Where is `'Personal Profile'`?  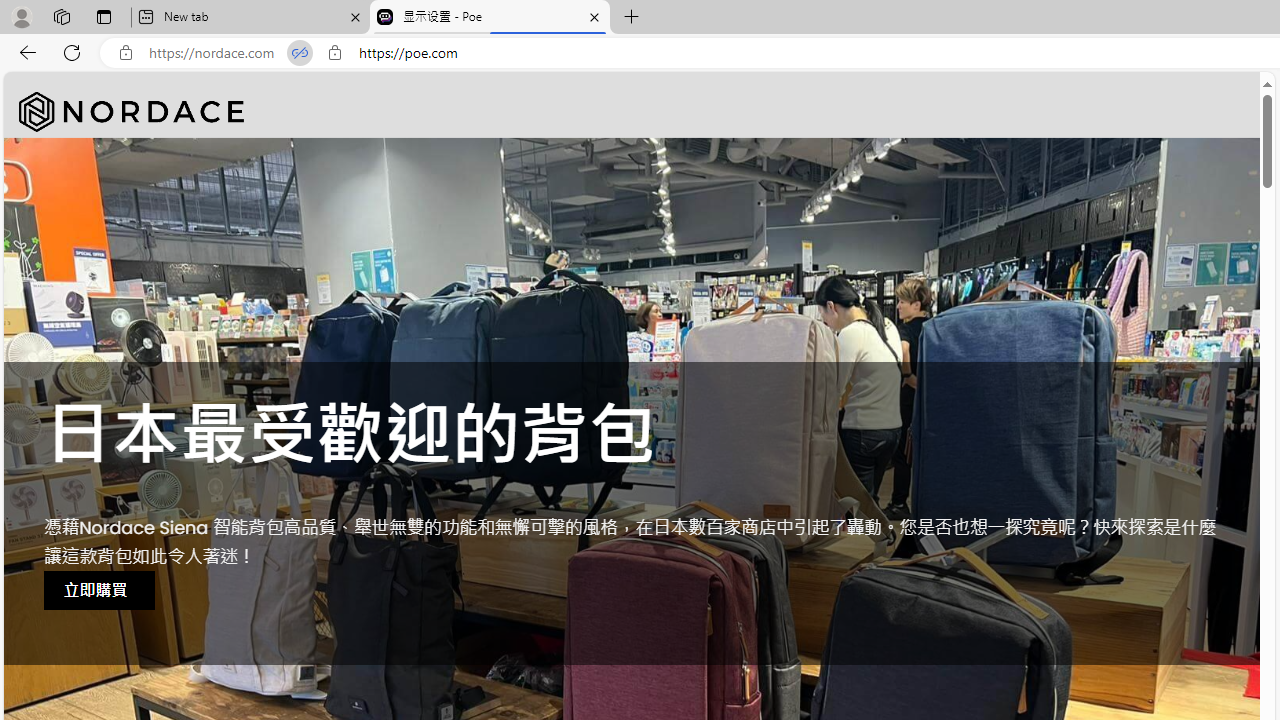
'Personal Profile' is located at coordinates (21, 16).